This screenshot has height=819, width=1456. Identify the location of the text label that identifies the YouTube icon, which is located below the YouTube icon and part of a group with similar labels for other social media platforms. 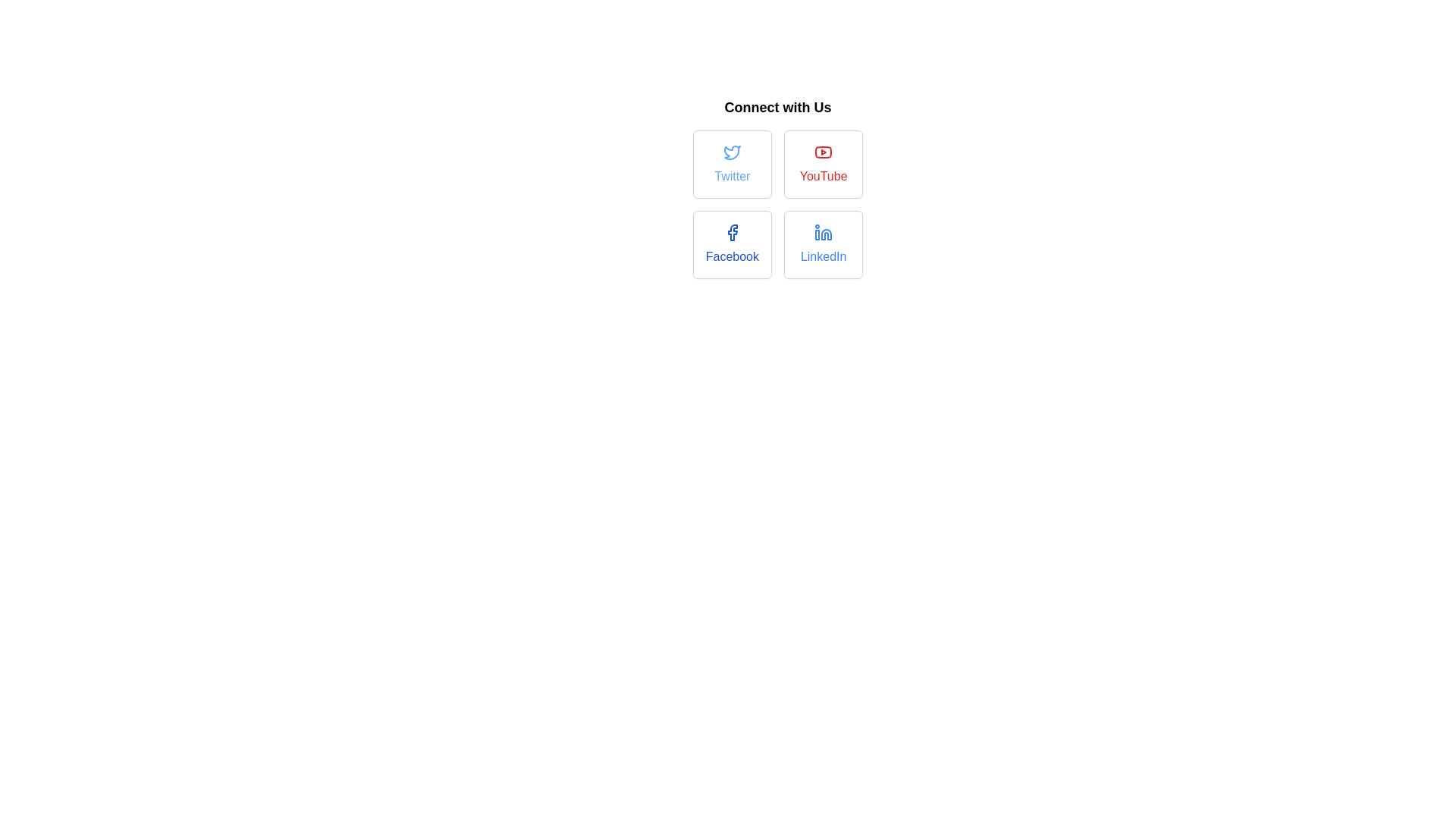
(823, 175).